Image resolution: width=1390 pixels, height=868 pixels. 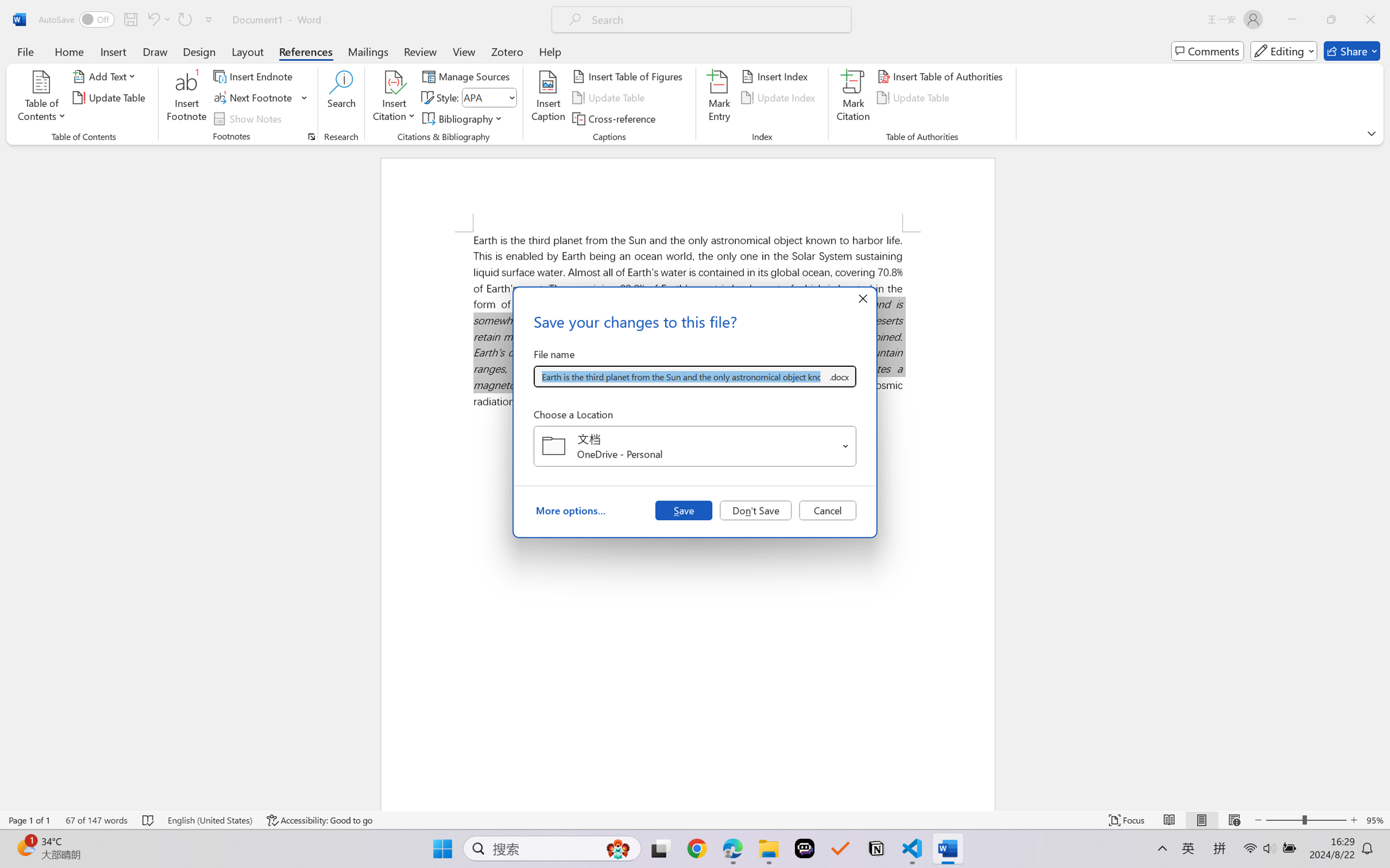 I want to click on 'Cross-reference...', so click(x=616, y=119).